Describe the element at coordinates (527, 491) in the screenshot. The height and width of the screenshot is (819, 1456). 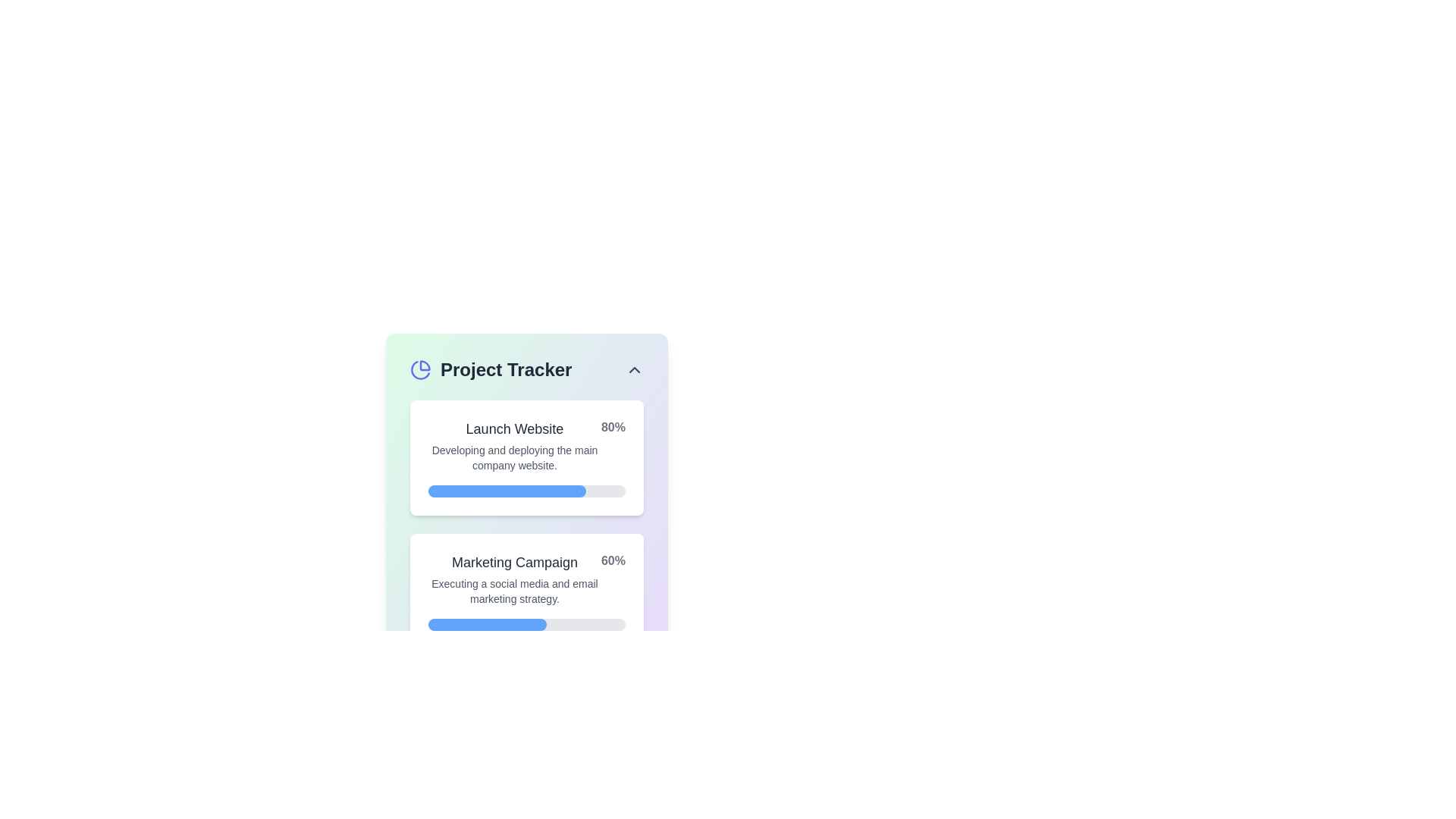
I see `the progress bar indicating 80% completion located within the 'Launch Website' card, below the text 'Developing and deploying the main company website.'` at that location.